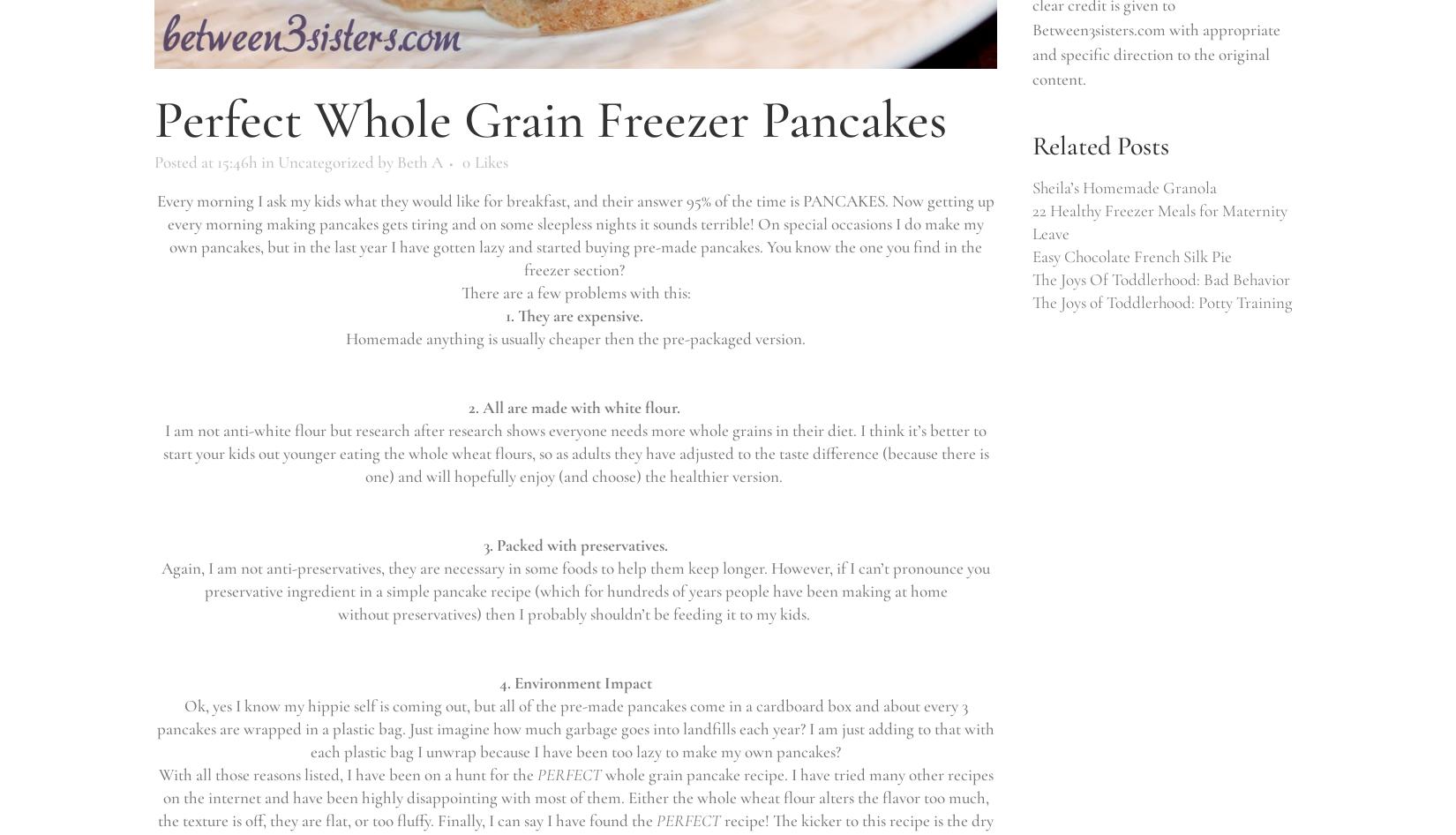  What do you see at coordinates (154, 162) in the screenshot?
I see `'Posted at 15:46h'` at bounding box center [154, 162].